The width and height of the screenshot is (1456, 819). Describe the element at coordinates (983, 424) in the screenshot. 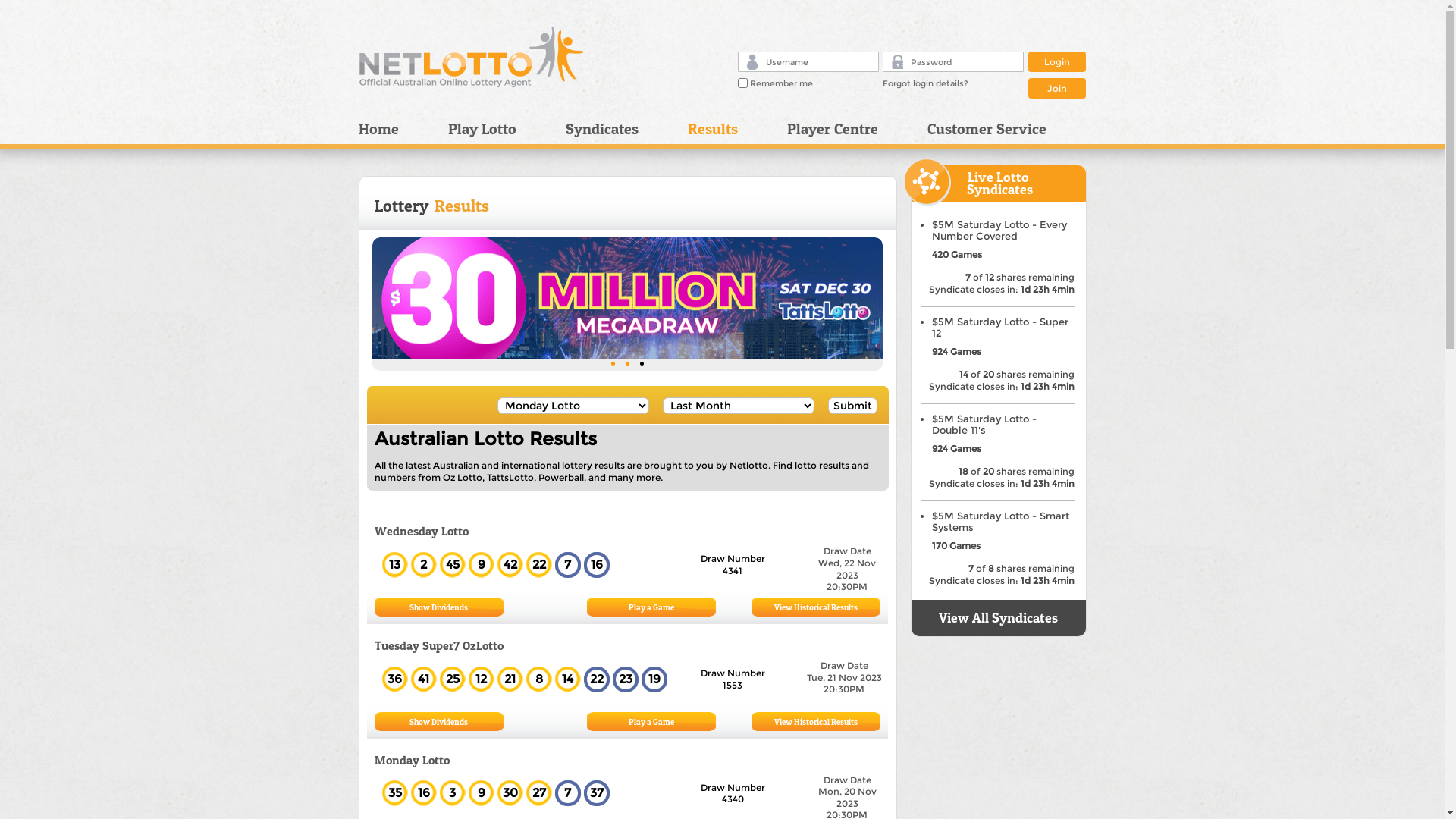

I see `'$5M Saturday Lotto - Double 11's'` at that location.